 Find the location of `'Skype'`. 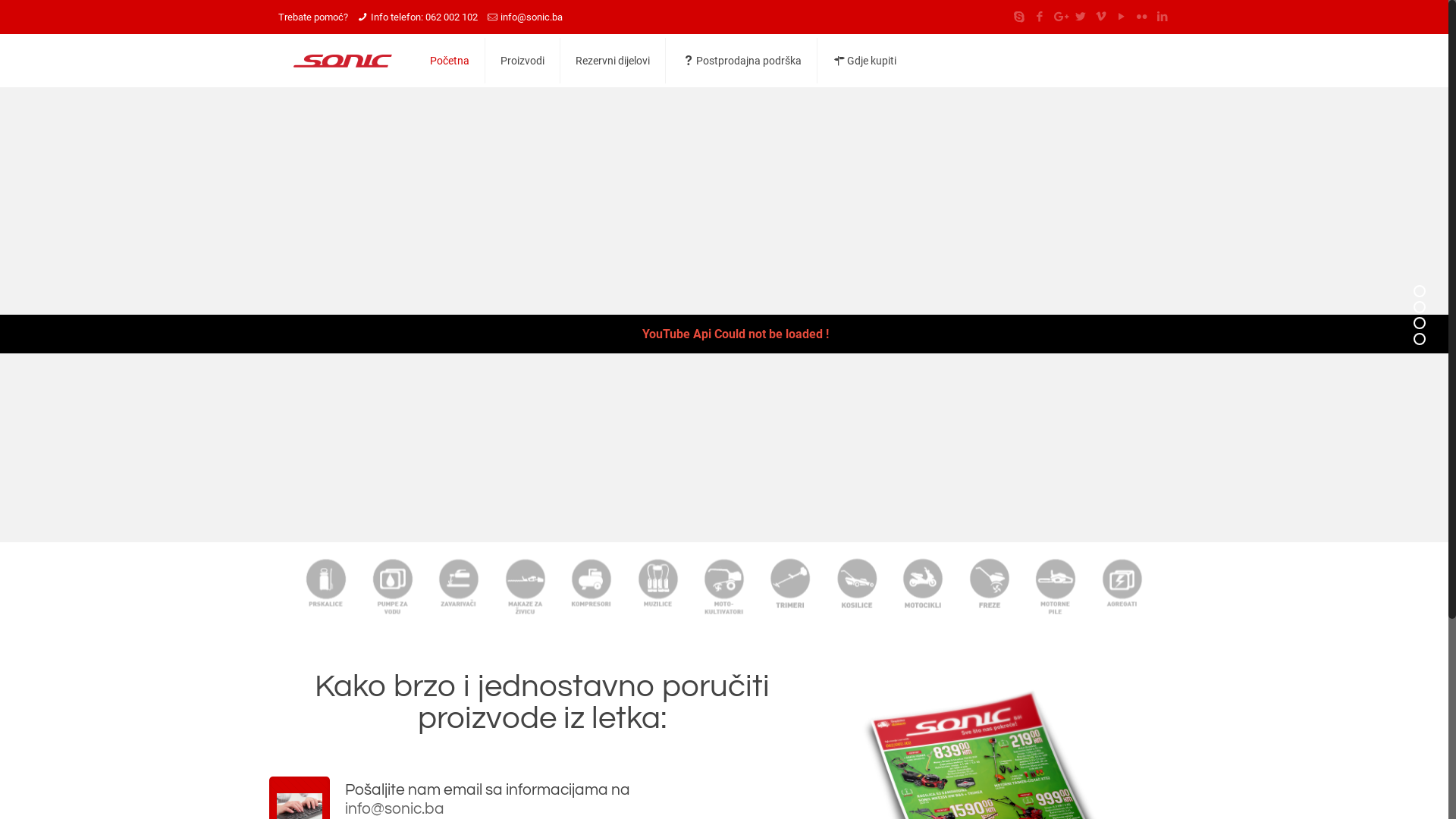

'Skype' is located at coordinates (1018, 17).